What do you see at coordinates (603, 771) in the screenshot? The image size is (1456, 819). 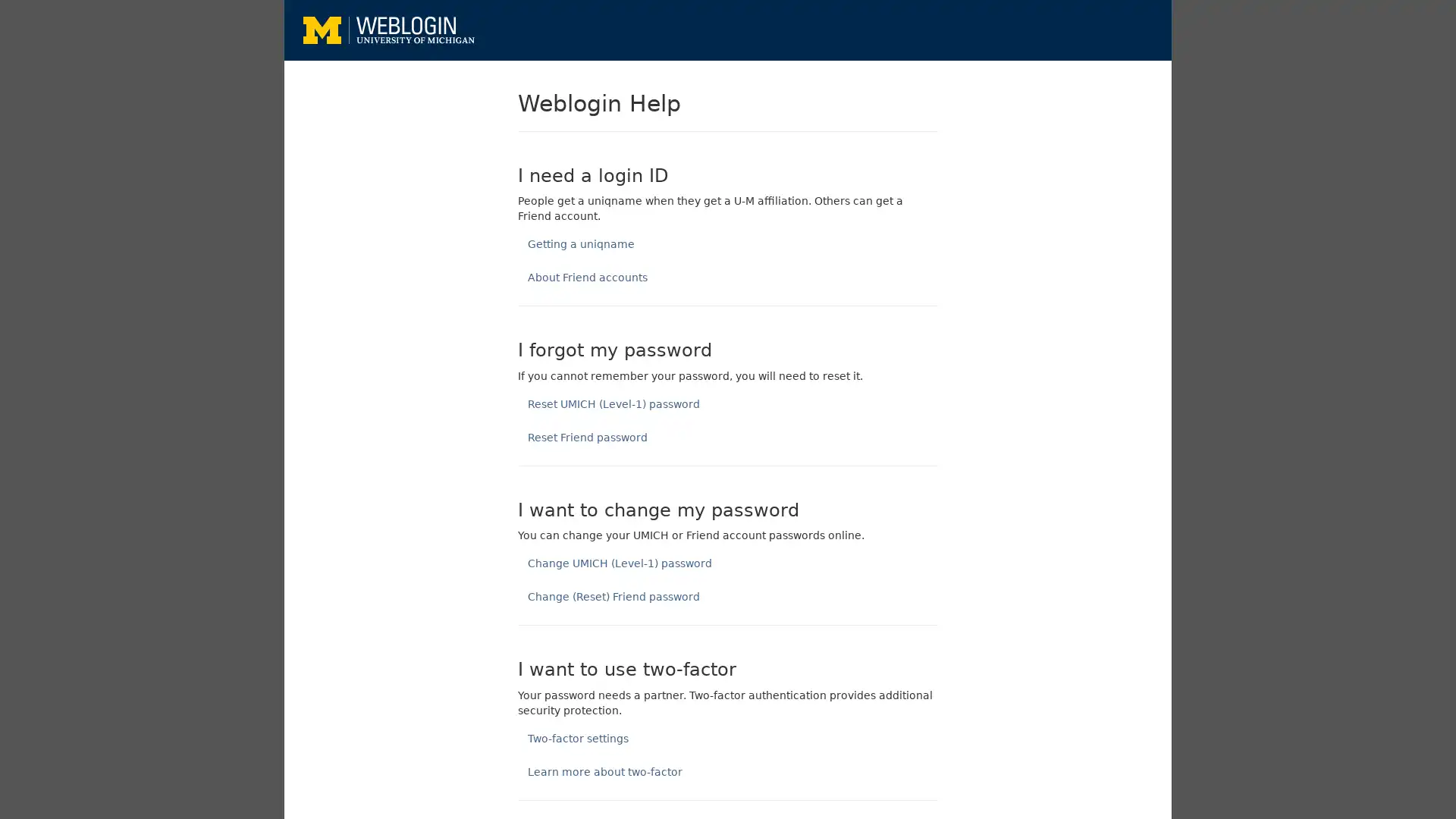 I see `Learn more about two-factor` at bounding box center [603, 771].